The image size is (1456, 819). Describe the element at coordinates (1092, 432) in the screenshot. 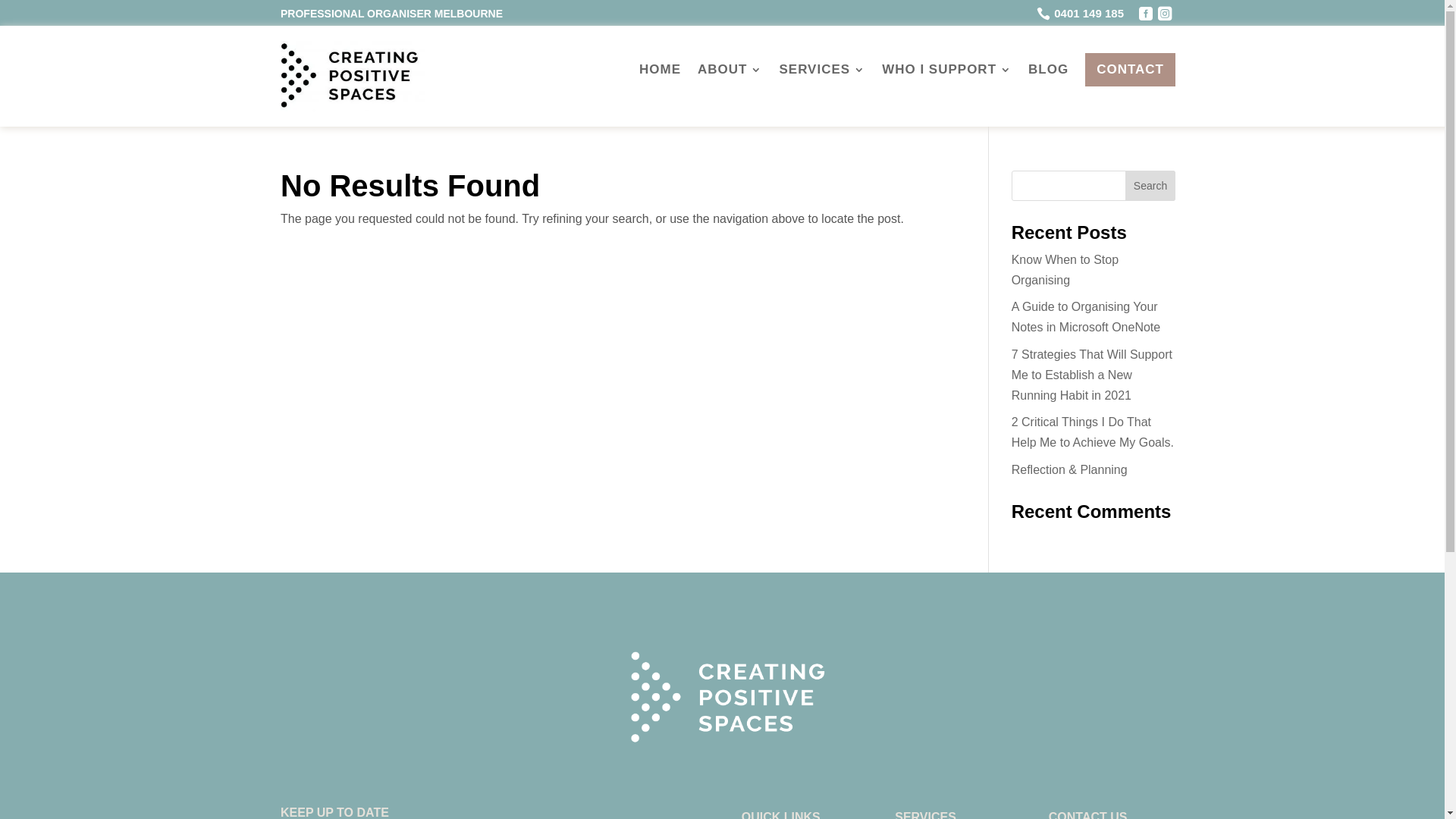

I see `'2 Critical Things I Do That Help Me to Achieve My Goals.'` at that location.